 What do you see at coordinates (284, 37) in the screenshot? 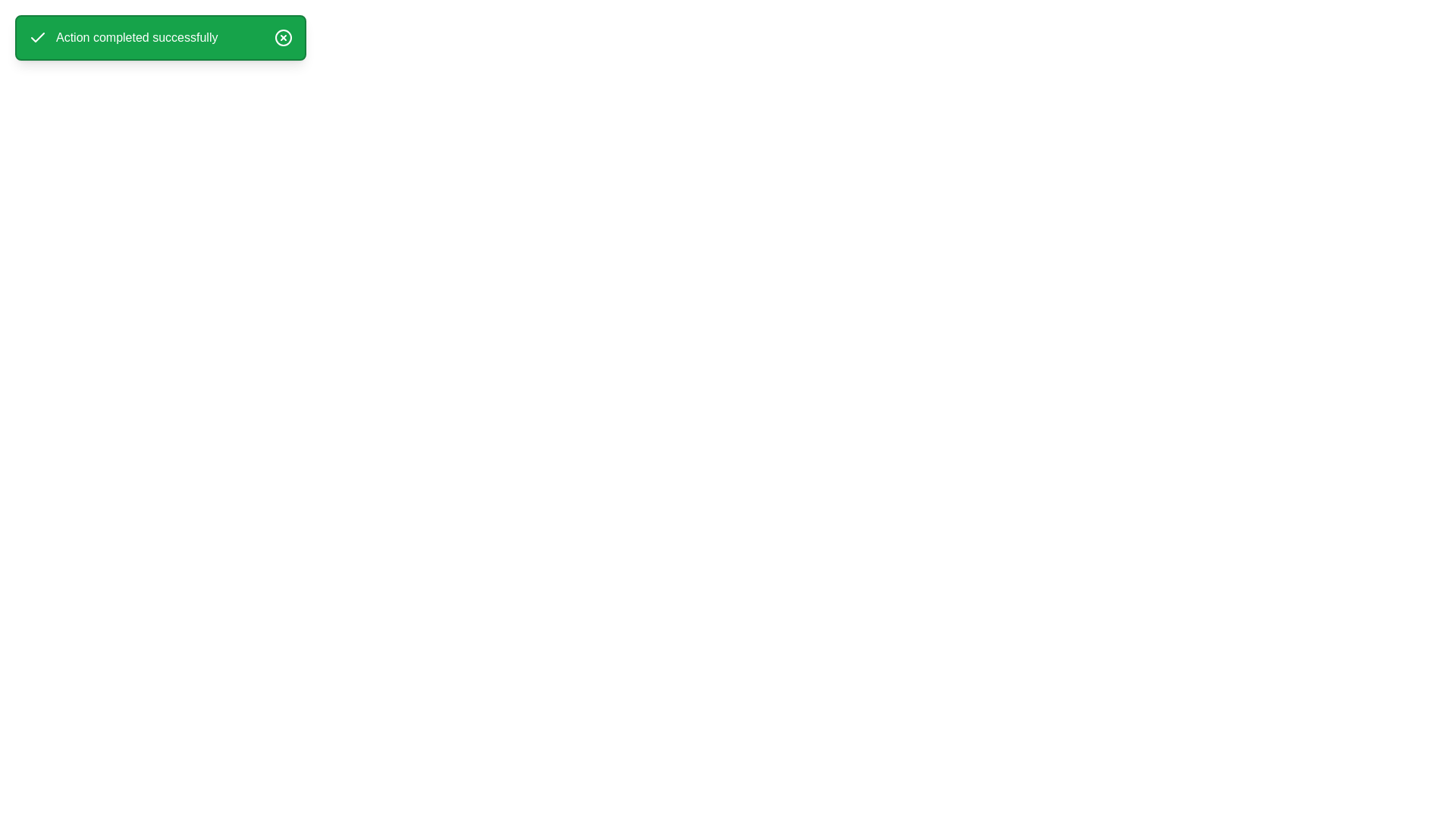
I see `the close button to dismiss the alert` at bounding box center [284, 37].